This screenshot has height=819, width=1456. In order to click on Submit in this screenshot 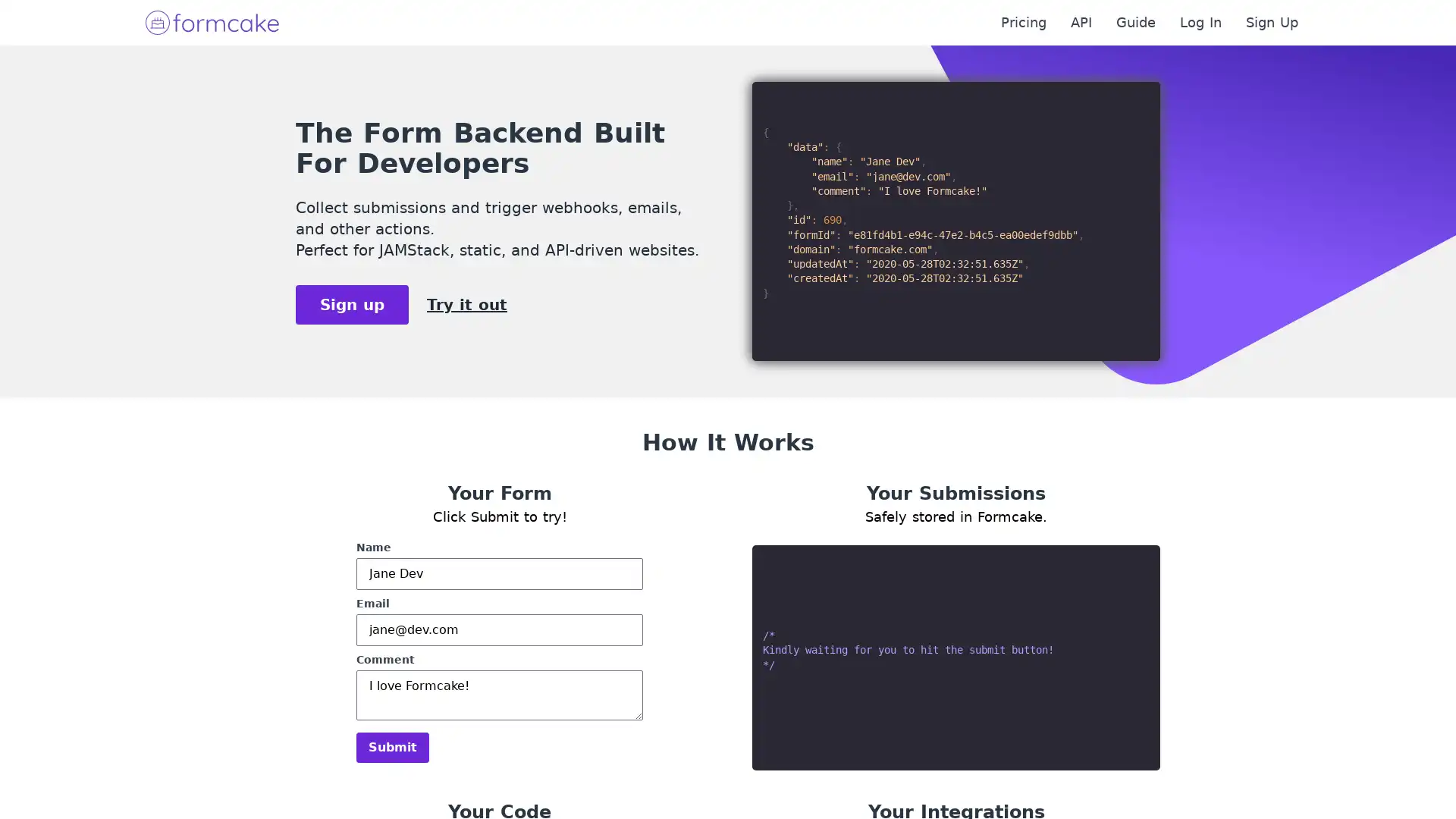, I will do `click(806, 321)`.